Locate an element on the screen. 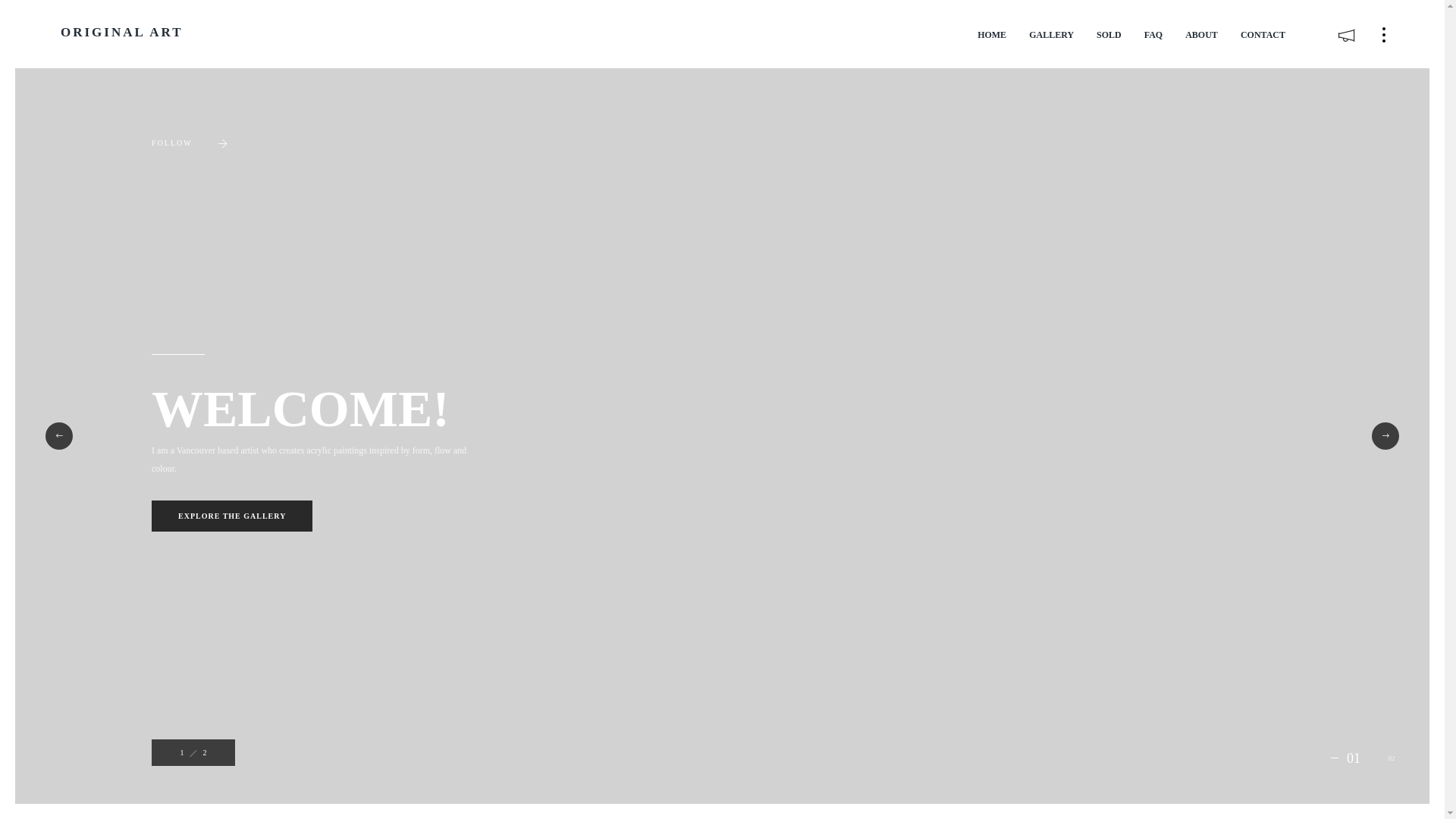  'ORIGINAL ART' is located at coordinates (122, 32).